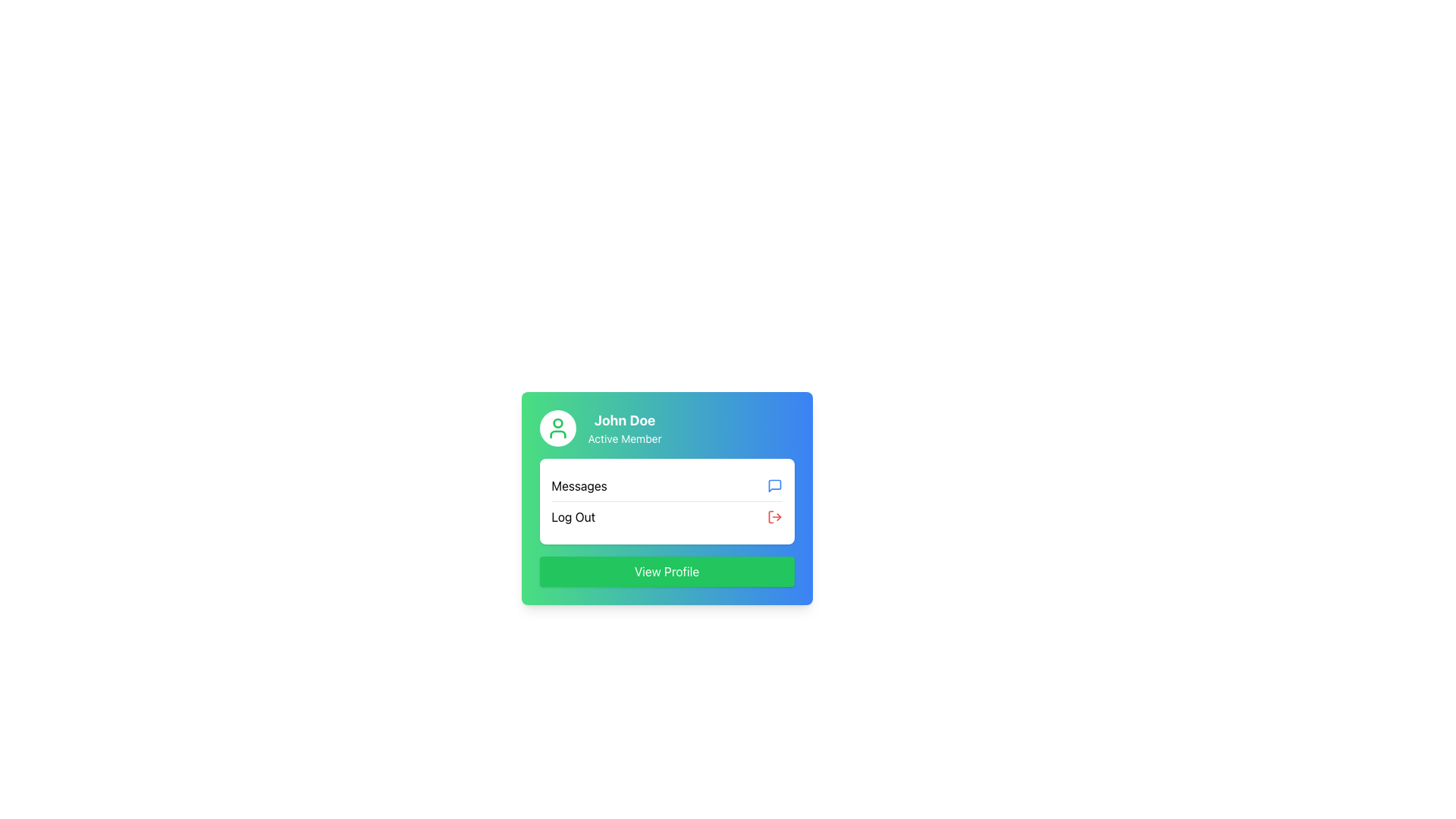  Describe the element at coordinates (625, 438) in the screenshot. I see `the Text Label that indicates the membership status of the user, located in the user card panel under the name 'John Doe'` at that location.